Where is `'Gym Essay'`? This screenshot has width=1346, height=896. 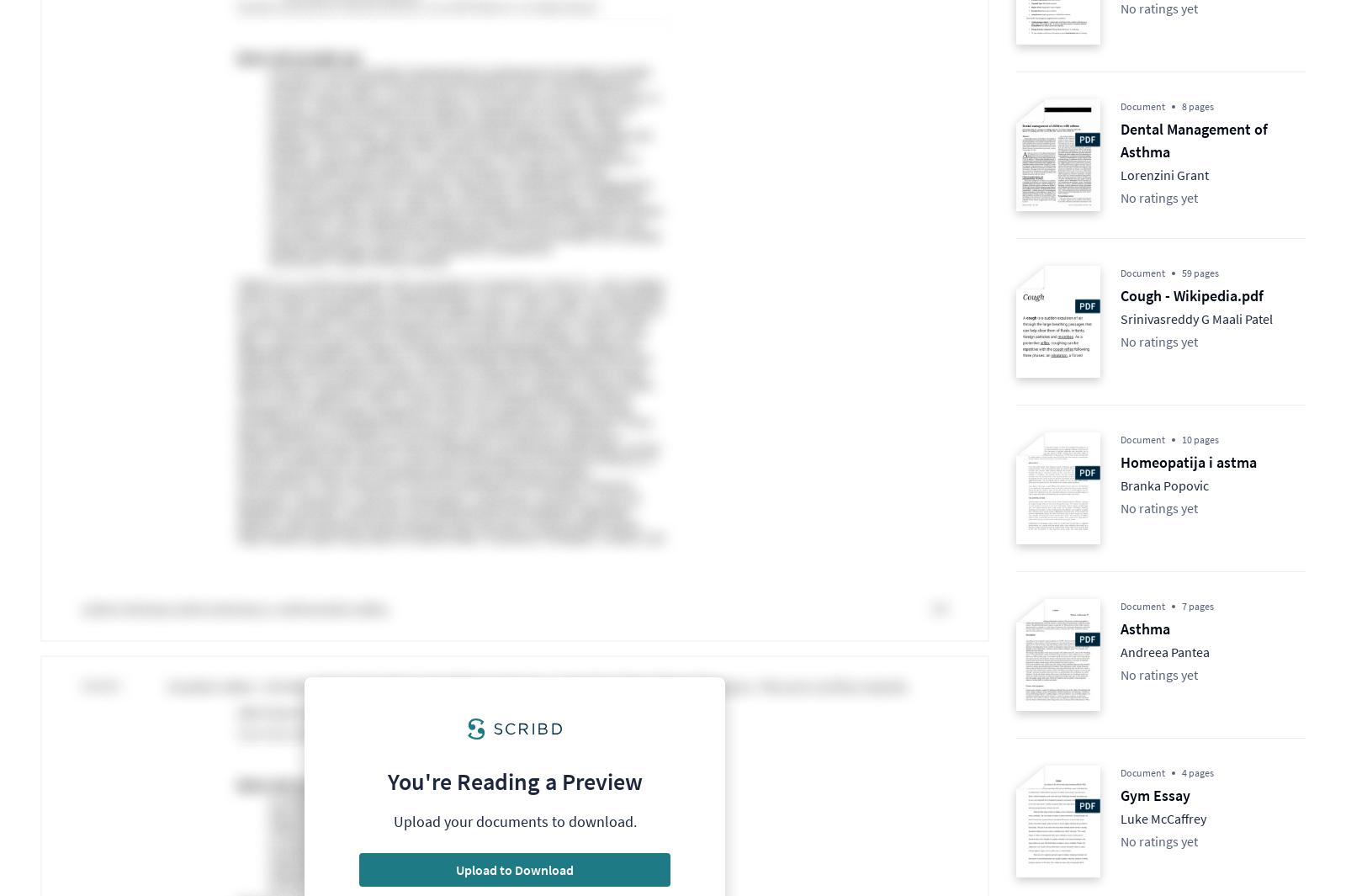 'Gym Essay' is located at coordinates (1154, 795).